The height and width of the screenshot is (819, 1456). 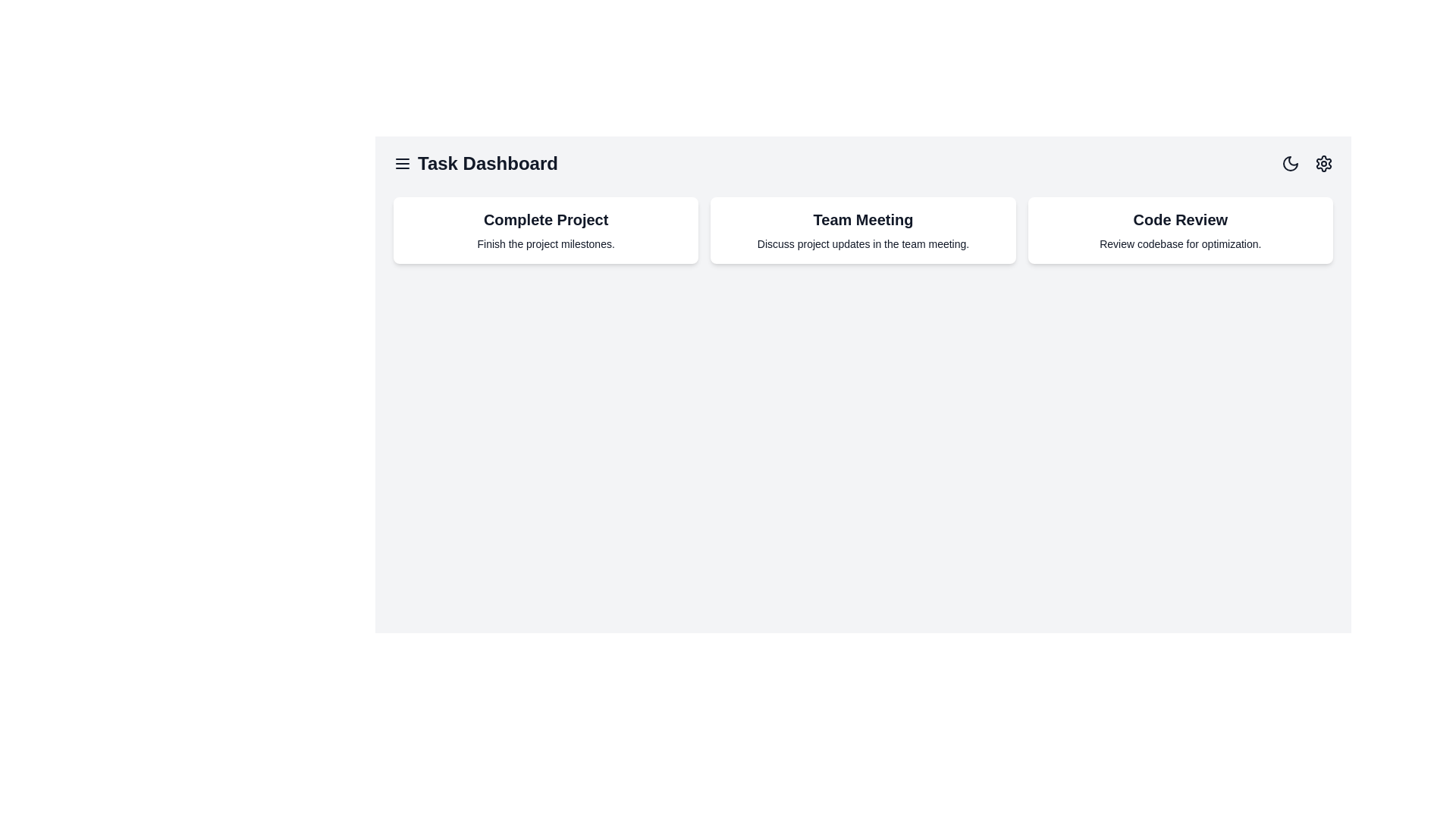 I want to click on the theme toggle icon located in the top-right corner of the interface to switch between light and dark themes, so click(x=1290, y=164).